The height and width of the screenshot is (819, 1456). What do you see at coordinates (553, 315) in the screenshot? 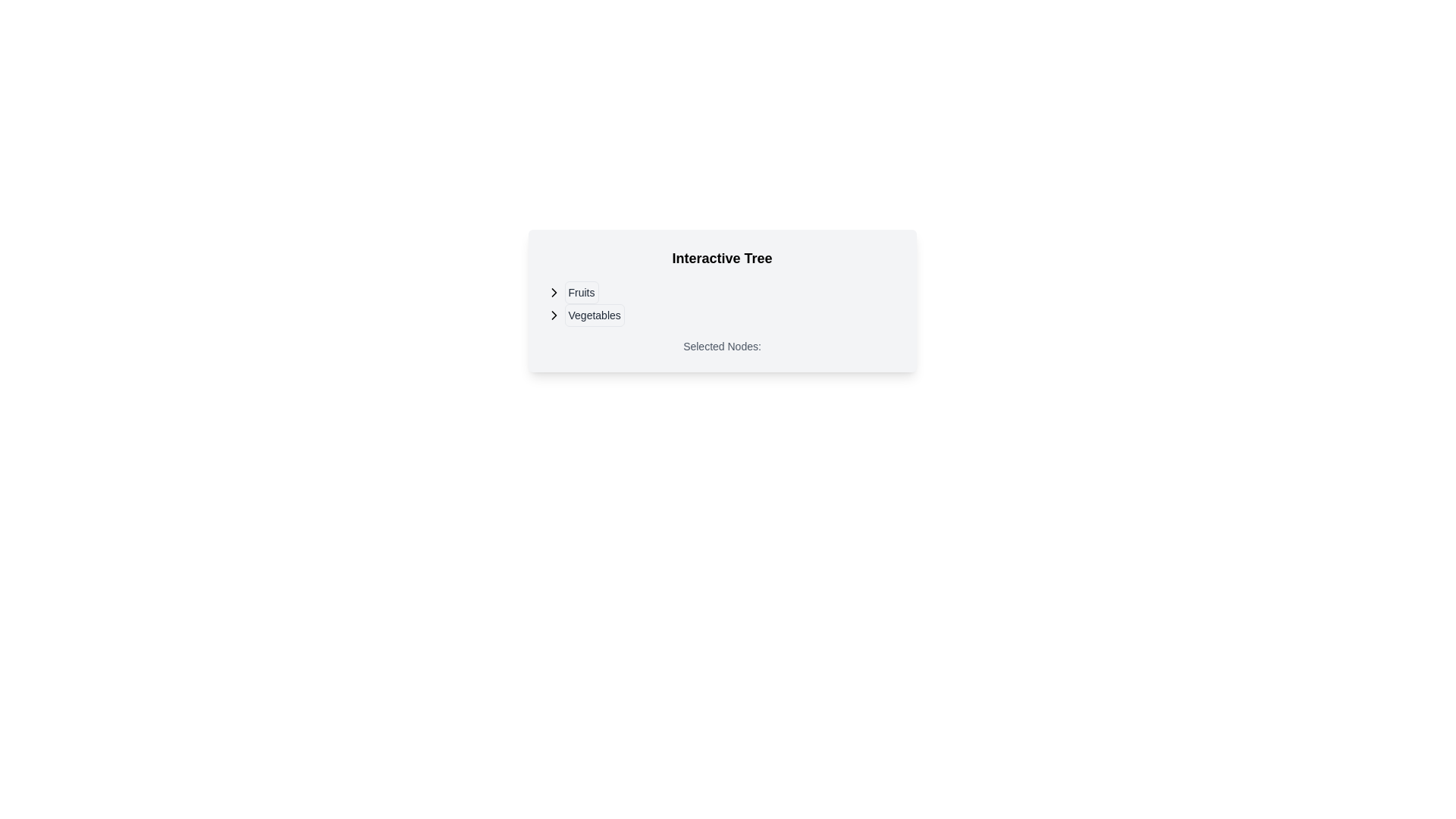
I see `the right-pointing chevron icon` at bounding box center [553, 315].